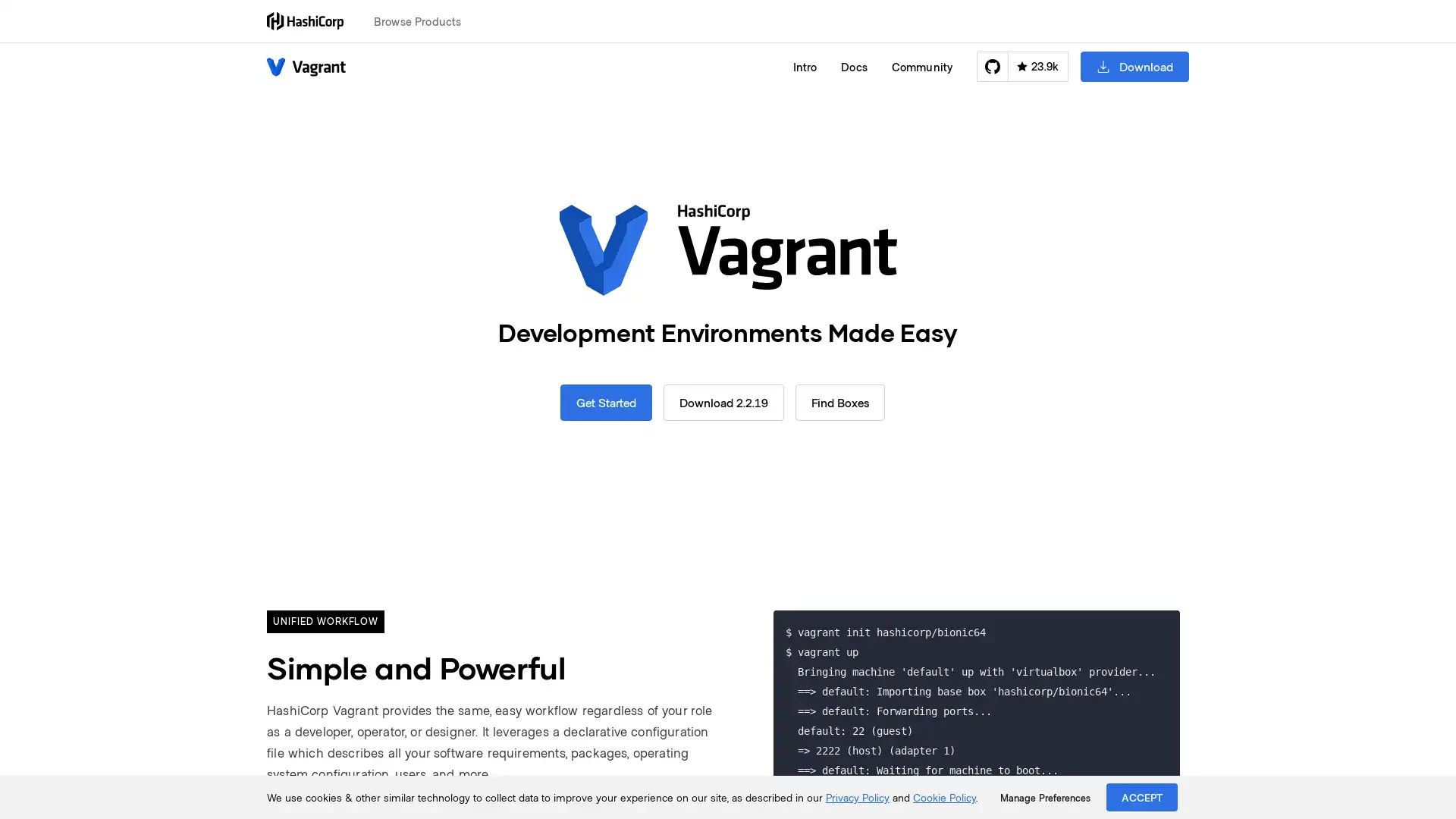 The image size is (1456, 819). Describe the element at coordinates (1044, 797) in the screenshot. I see `Manage Preferences` at that location.